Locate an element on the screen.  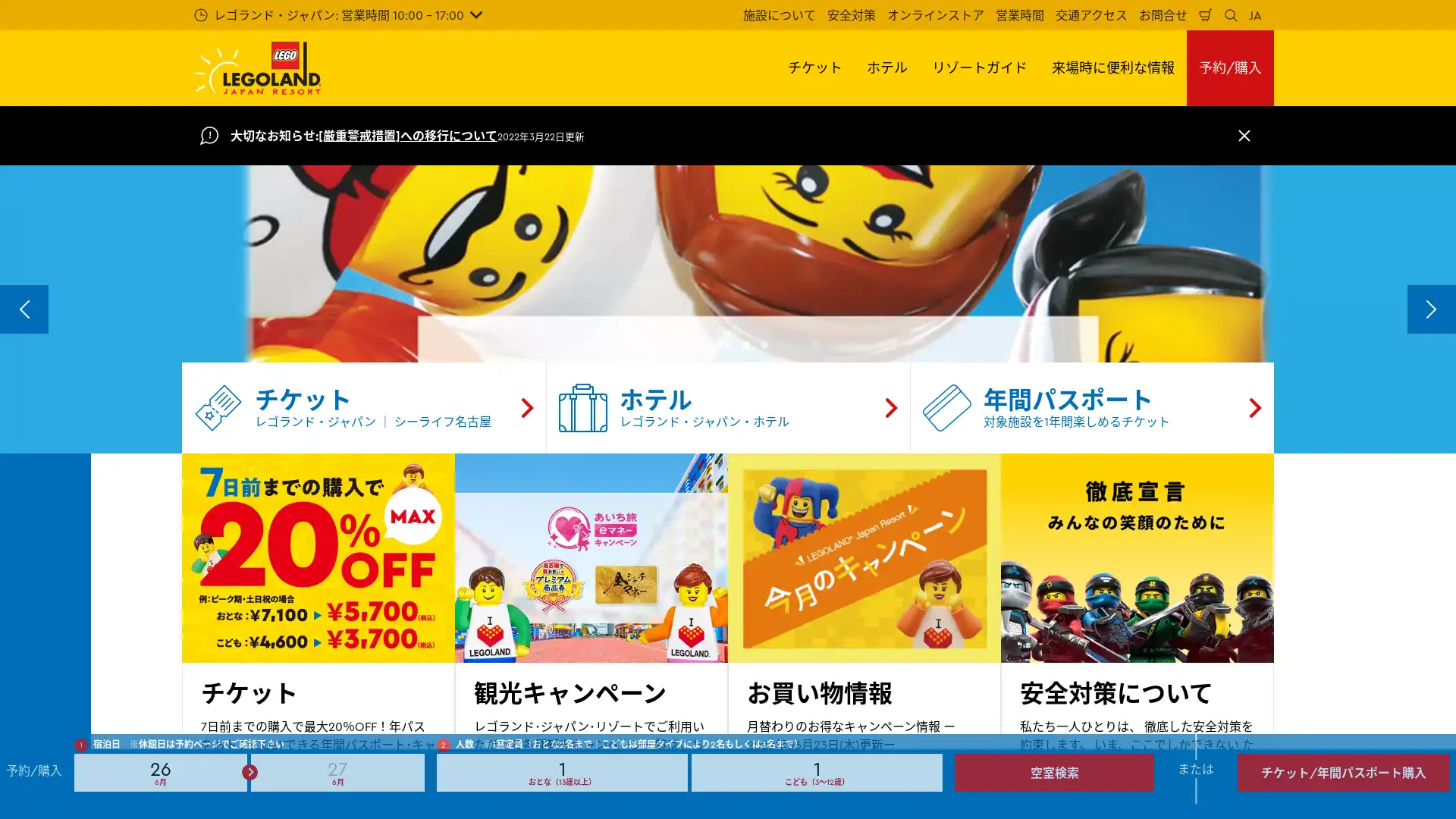
Go to slide 5 is located at coordinates (764, 646).